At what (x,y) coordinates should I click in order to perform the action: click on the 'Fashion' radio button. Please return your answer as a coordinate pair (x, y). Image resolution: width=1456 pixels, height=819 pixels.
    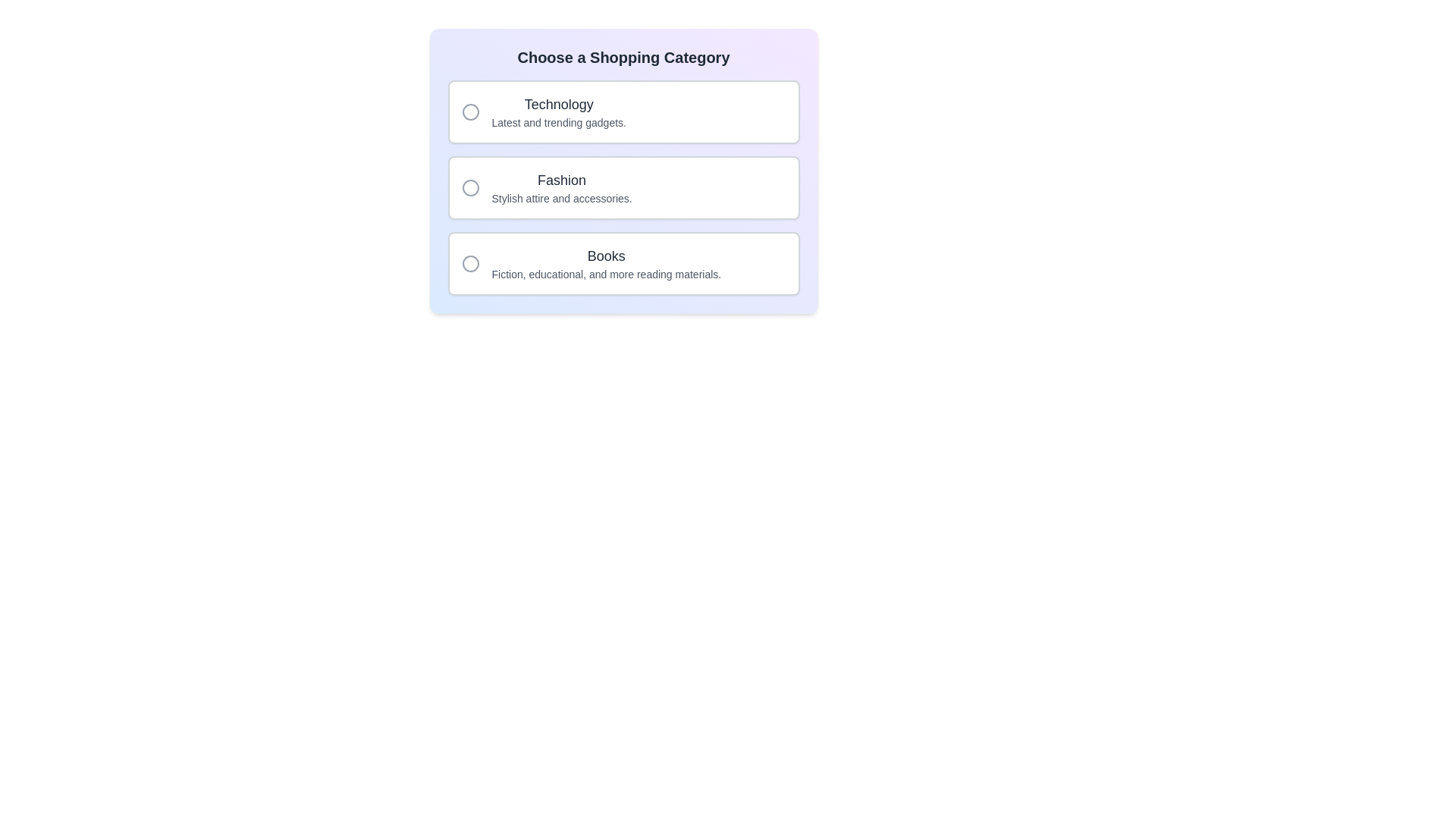
    Looking at the image, I should click on (469, 187).